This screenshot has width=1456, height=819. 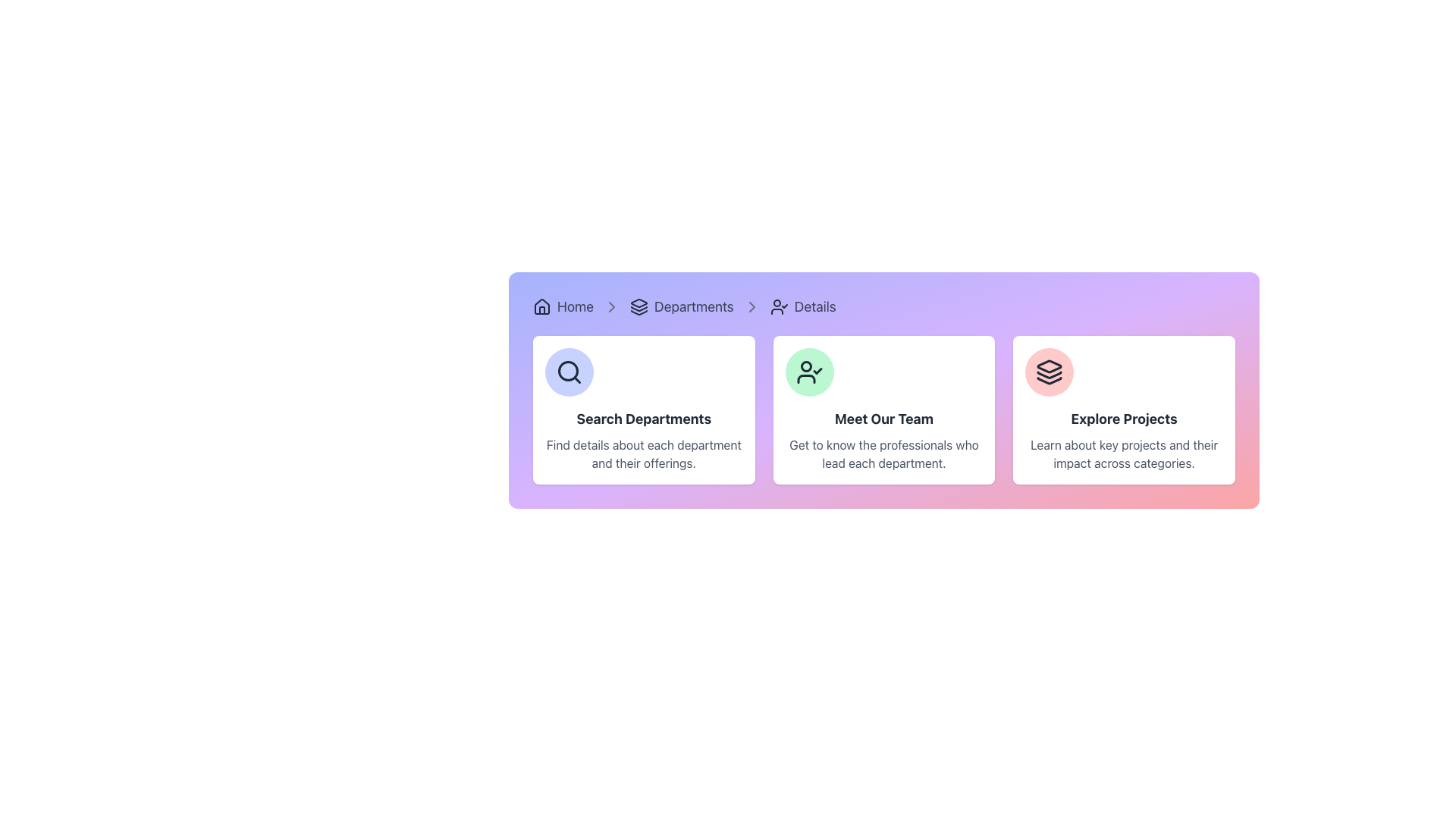 I want to click on the 'Home' hyperlink in the breadcrumb navigation bar, so click(x=574, y=307).